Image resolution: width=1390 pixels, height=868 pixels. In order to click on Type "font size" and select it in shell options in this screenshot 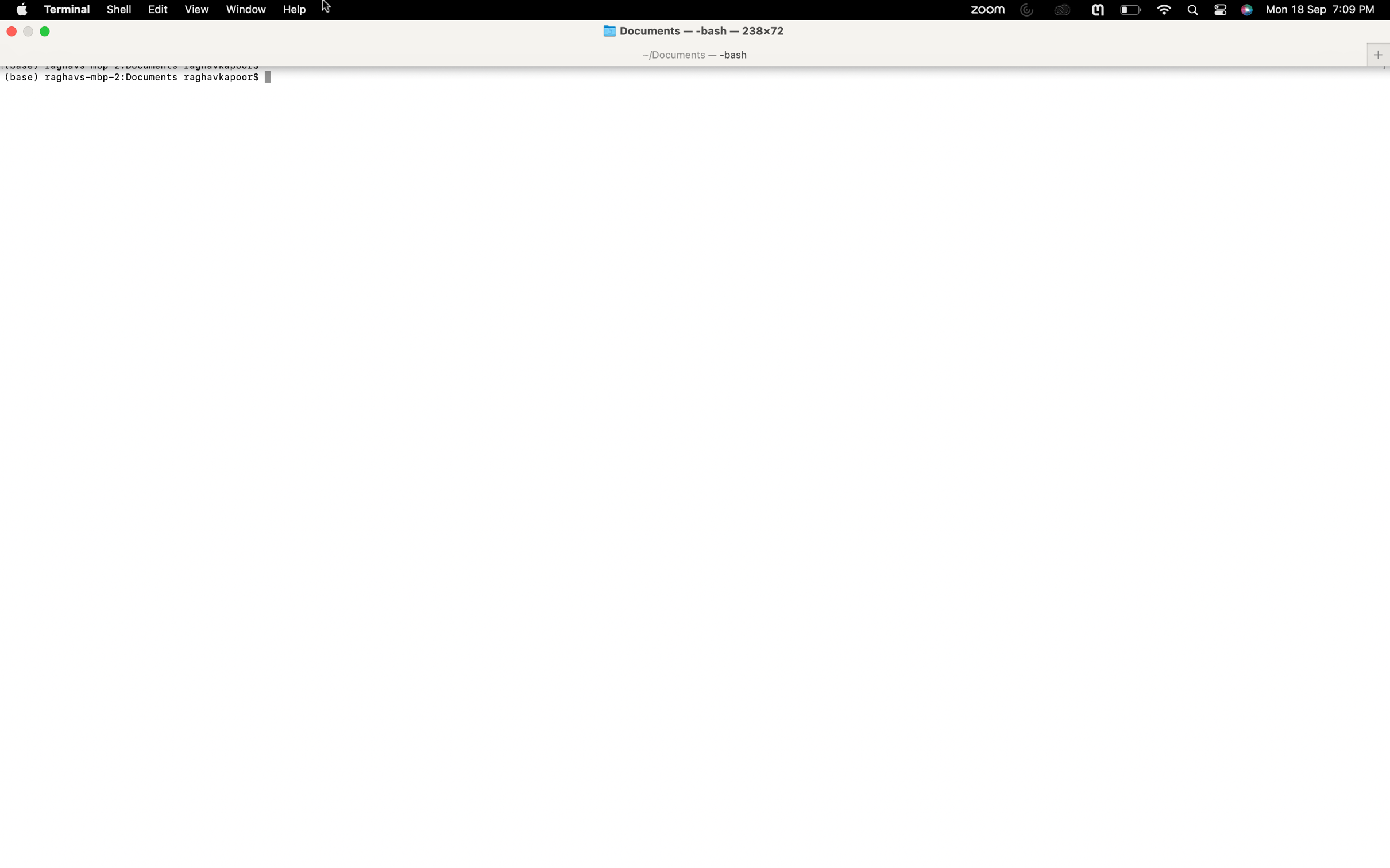, I will do `click(118, 9)`.